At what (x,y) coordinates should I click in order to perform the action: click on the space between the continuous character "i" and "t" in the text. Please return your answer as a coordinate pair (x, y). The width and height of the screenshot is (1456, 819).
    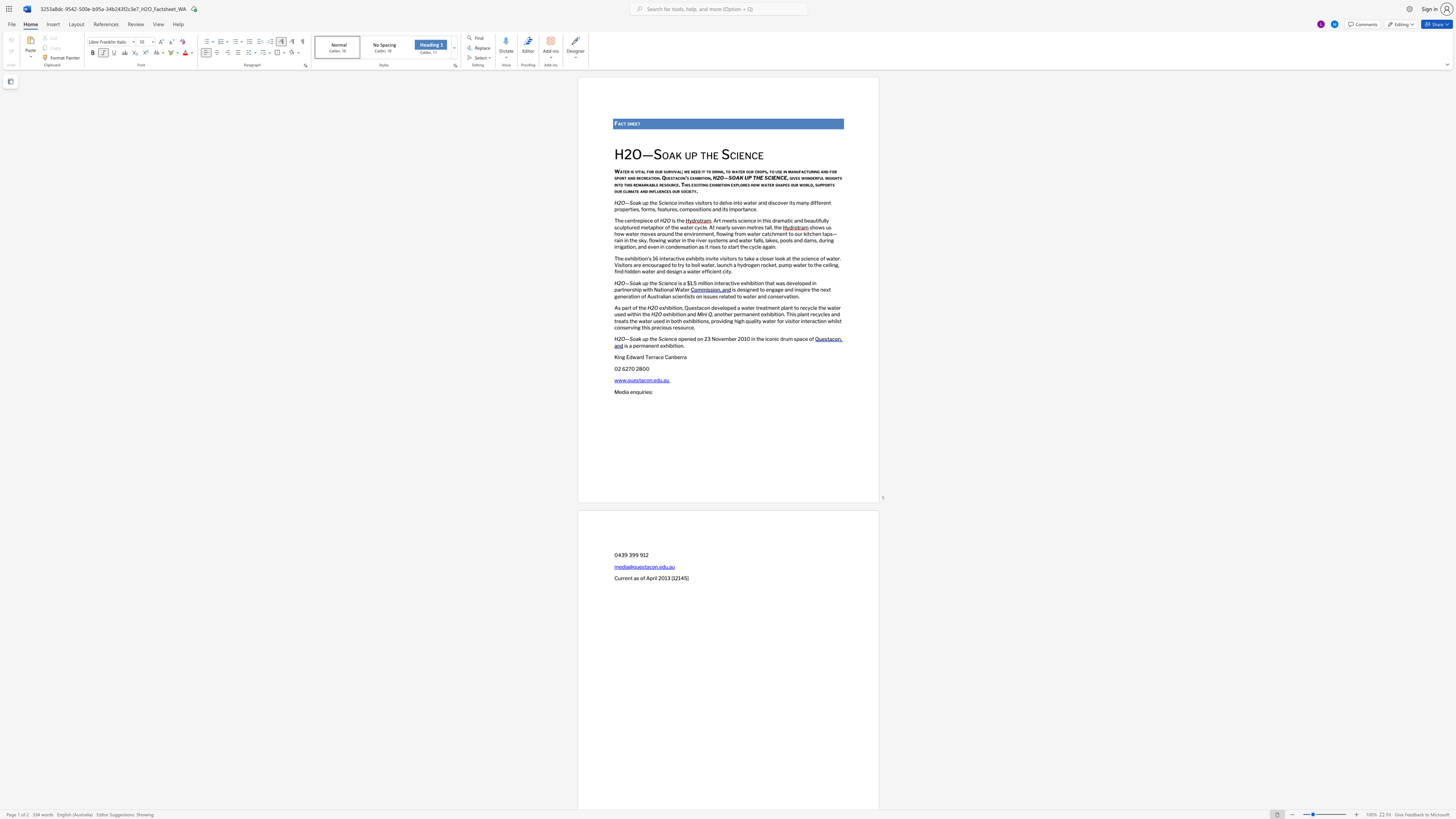
    Looking at the image, I should click on (677, 314).